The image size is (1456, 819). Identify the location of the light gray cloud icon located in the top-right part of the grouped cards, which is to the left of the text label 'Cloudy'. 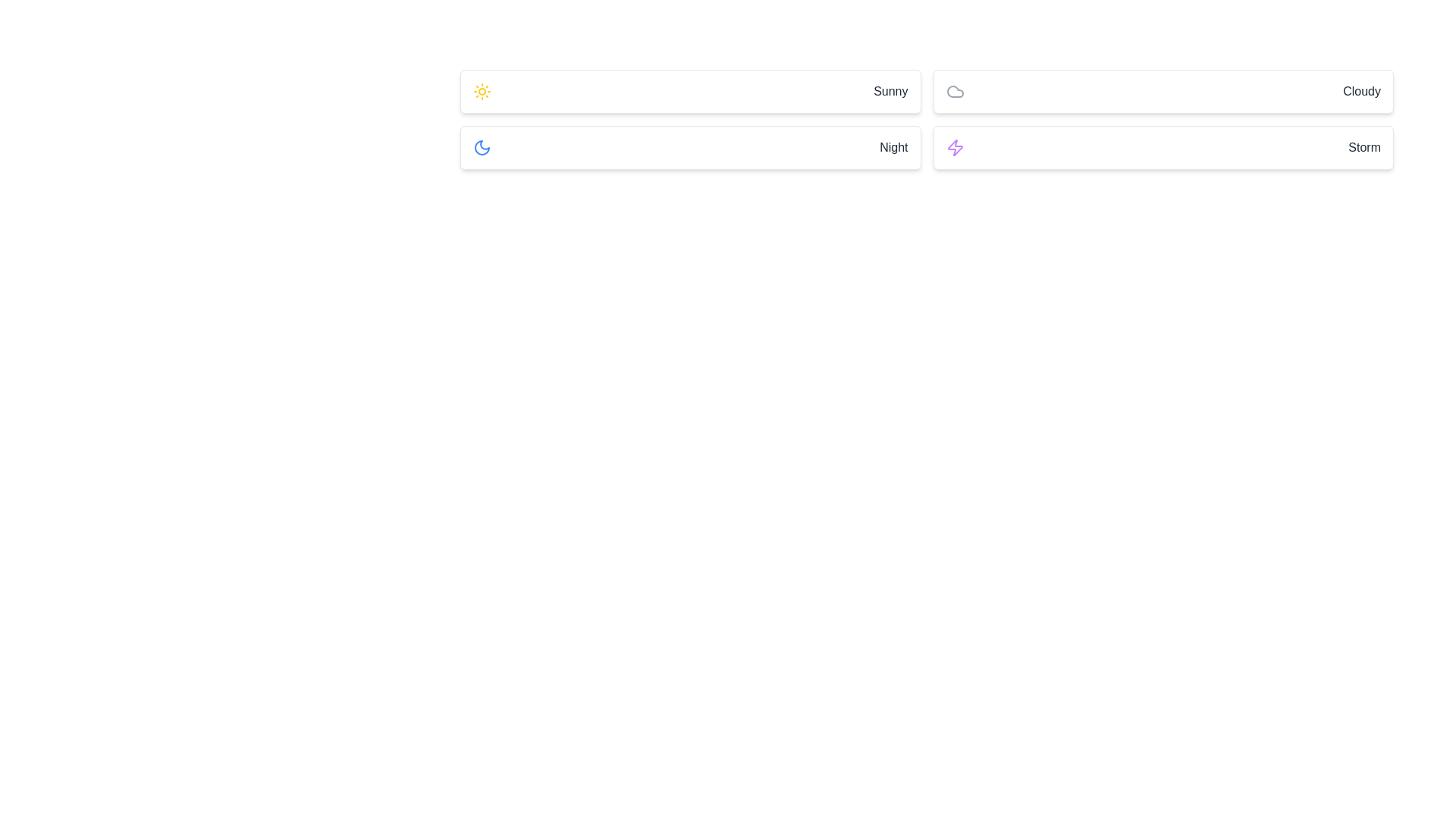
(954, 91).